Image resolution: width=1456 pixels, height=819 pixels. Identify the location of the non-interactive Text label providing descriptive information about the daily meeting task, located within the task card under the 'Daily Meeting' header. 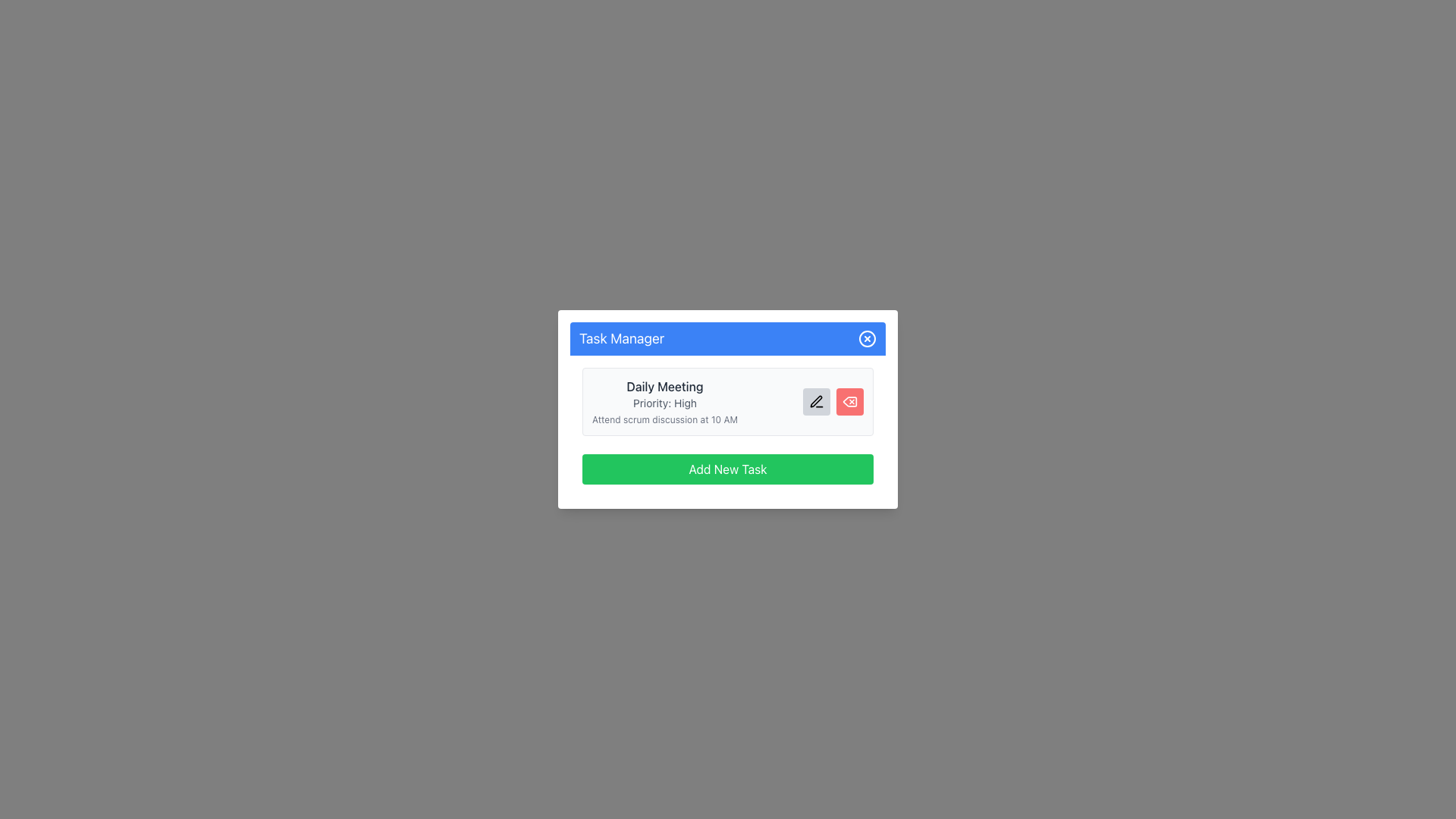
(665, 420).